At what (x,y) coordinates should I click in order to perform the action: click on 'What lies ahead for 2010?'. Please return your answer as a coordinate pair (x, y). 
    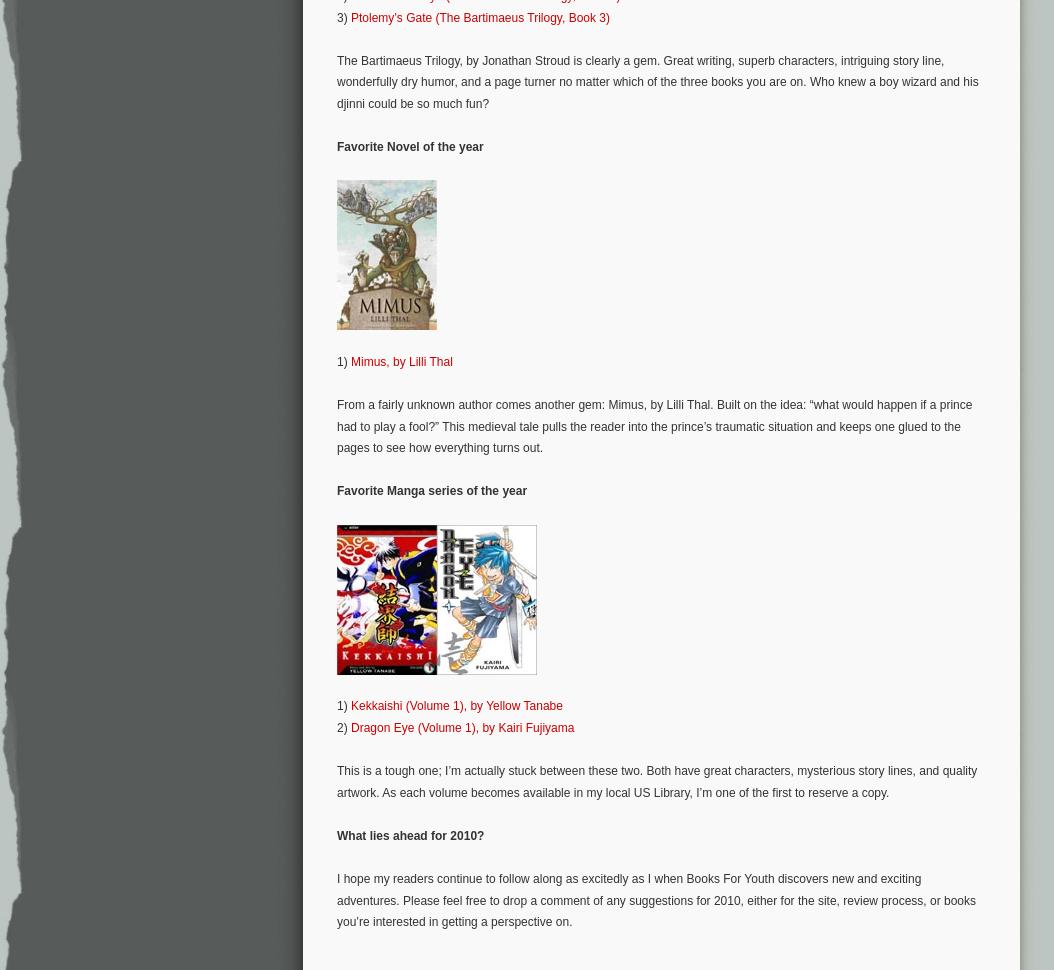
    Looking at the image, I should click on (336, 833).